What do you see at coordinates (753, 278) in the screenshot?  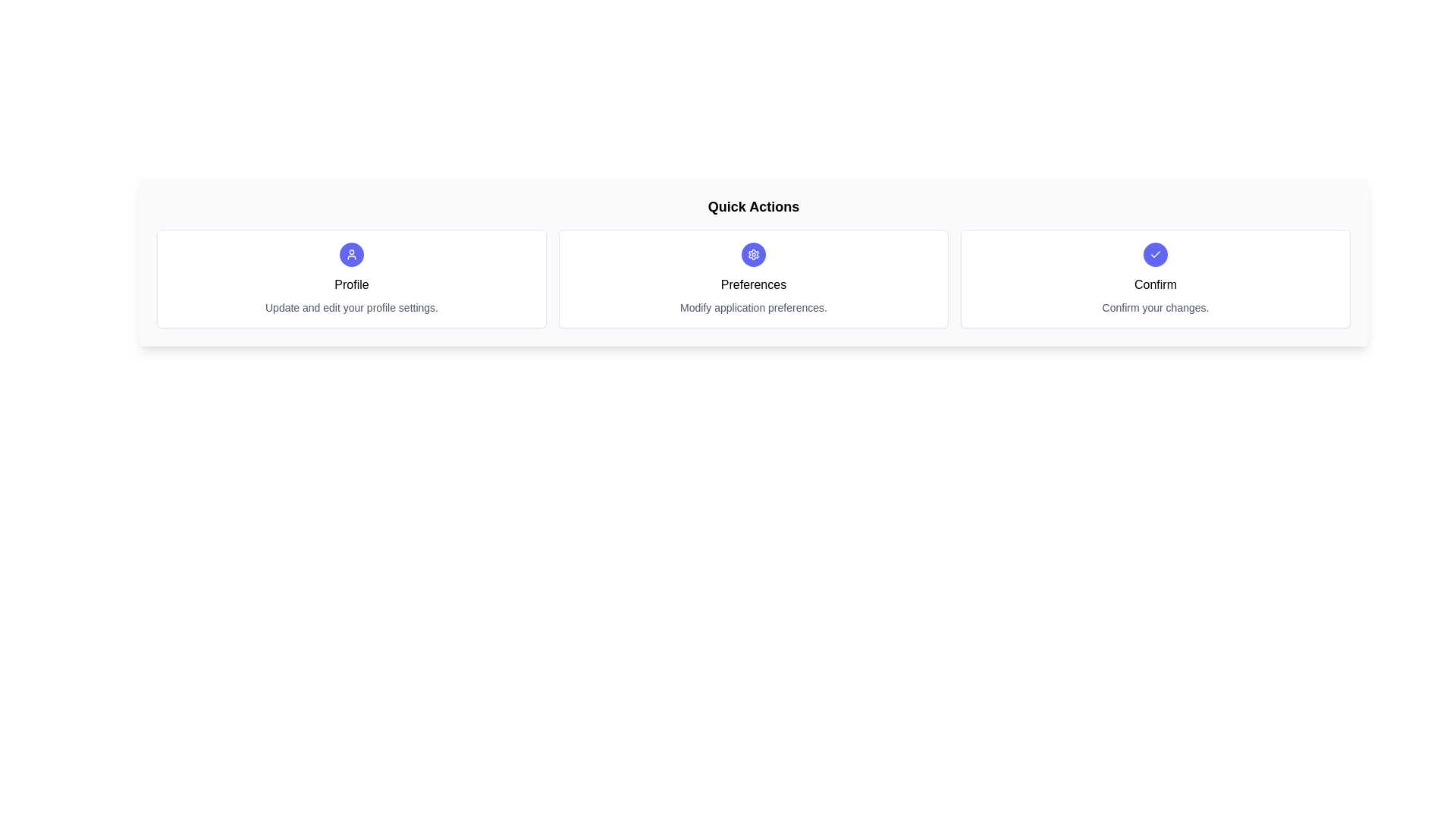 I see `the chip labeled Preferences to observe its hover effect` at bounding box center [753, 278].